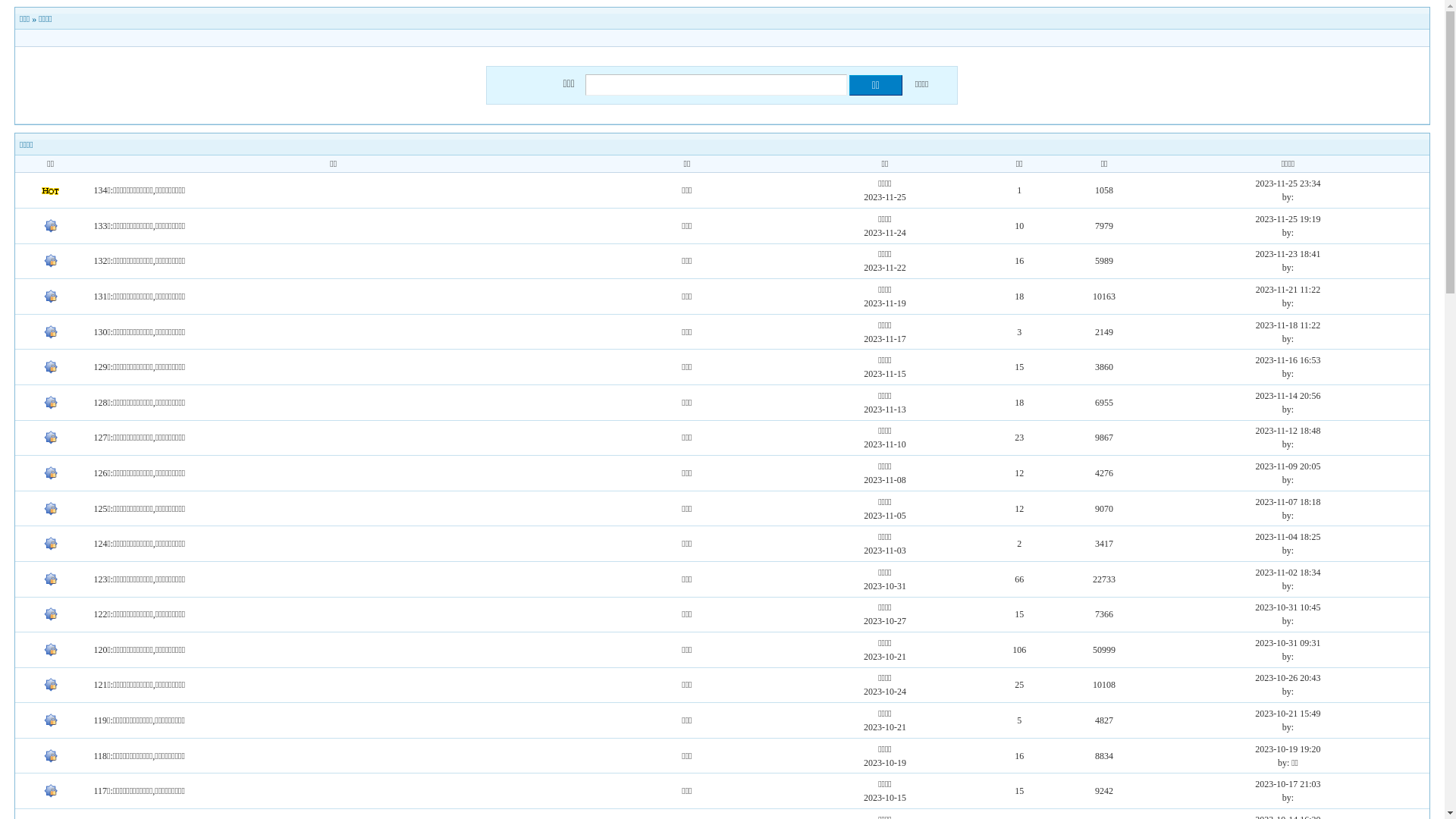 The width and height of the screenshot is (1456, 819). I want to click on '2023-11-16 16:53', so click(1256, 359).